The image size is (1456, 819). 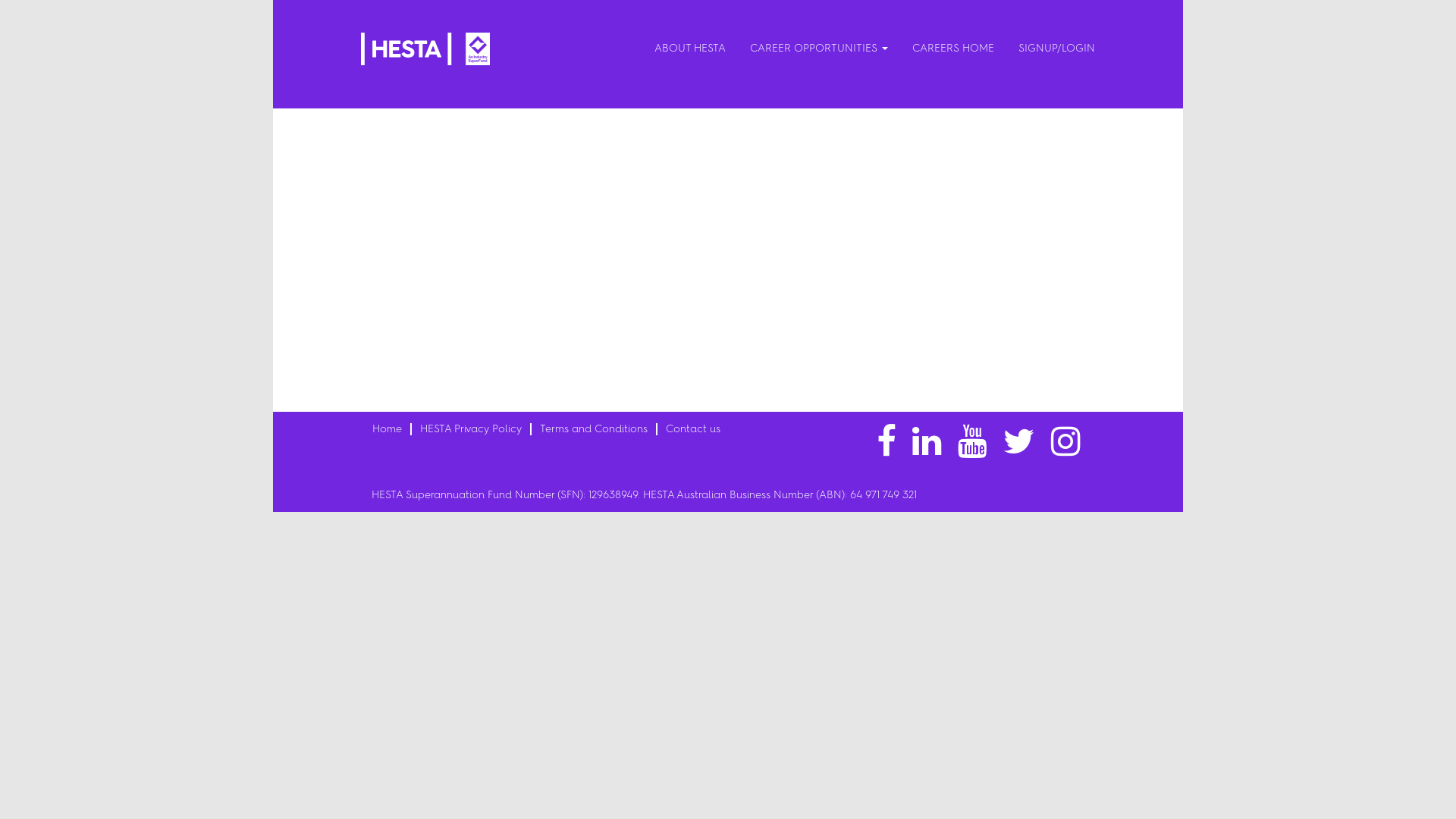 I want to click on 'facebook', so click(x=886, y=441).